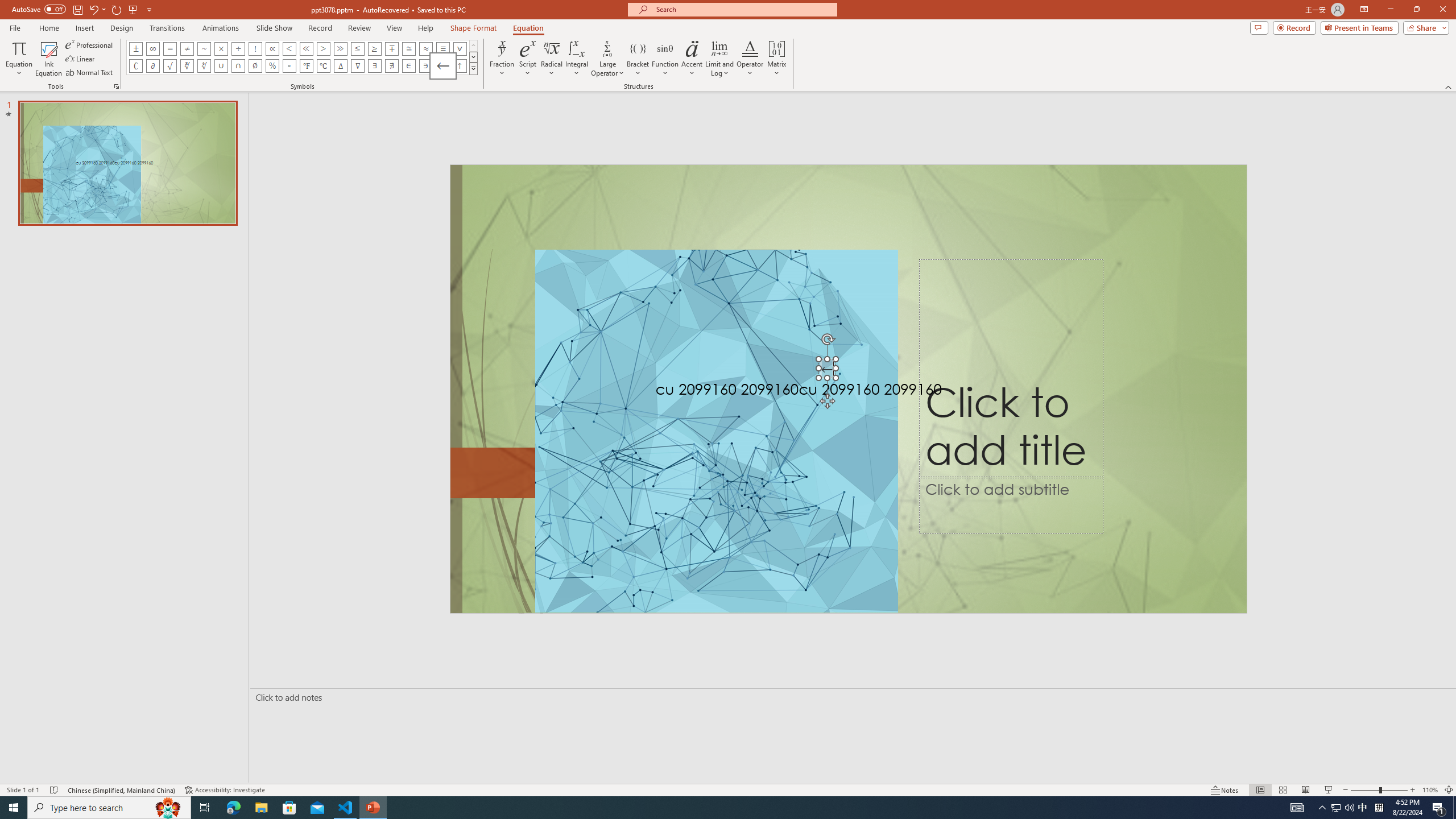  I want to click on 'Operator', so click(749, 59).